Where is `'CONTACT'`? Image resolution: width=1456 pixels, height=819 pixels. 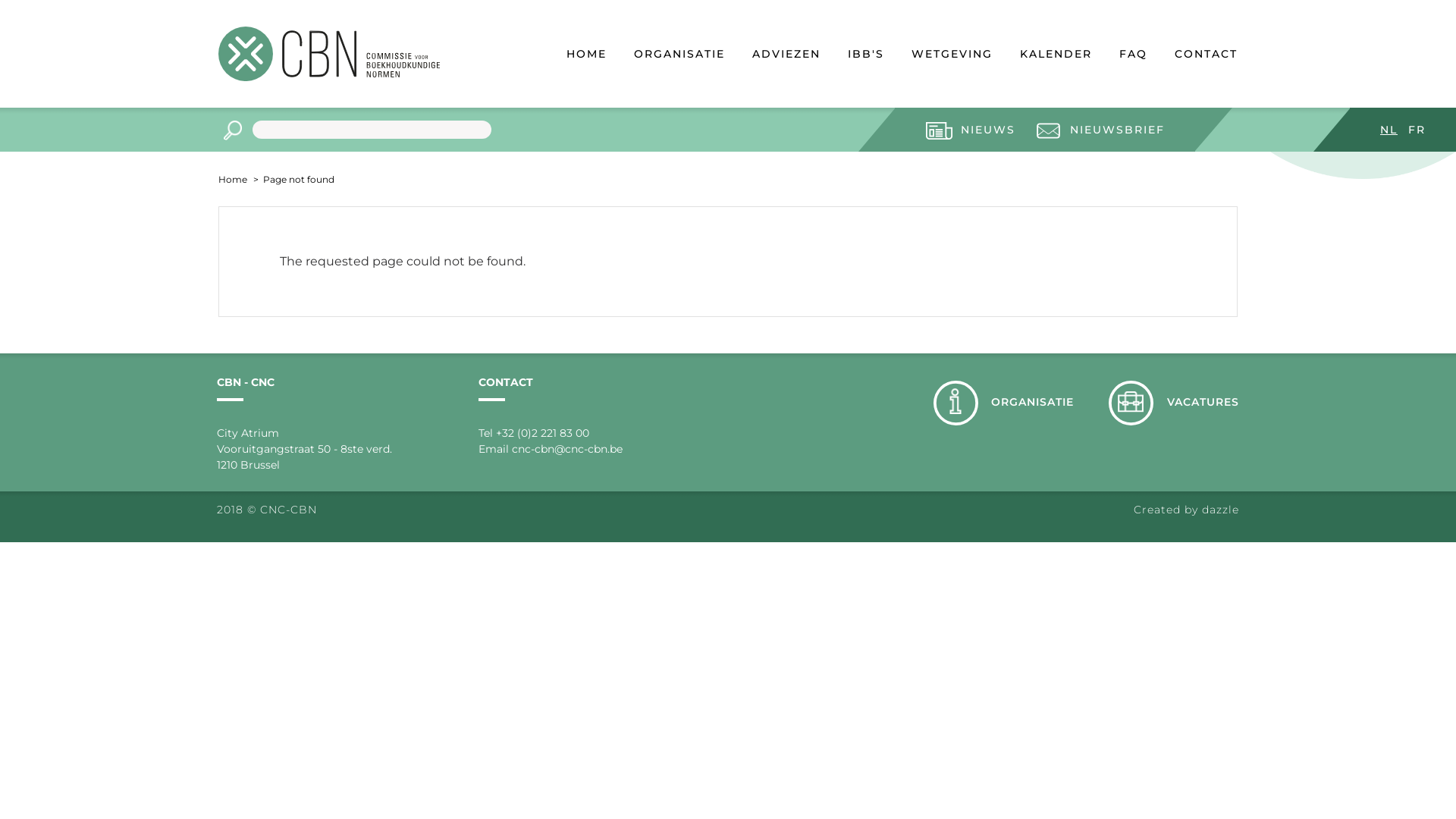
'CONTACT' is located at coordinates (1205, 55).